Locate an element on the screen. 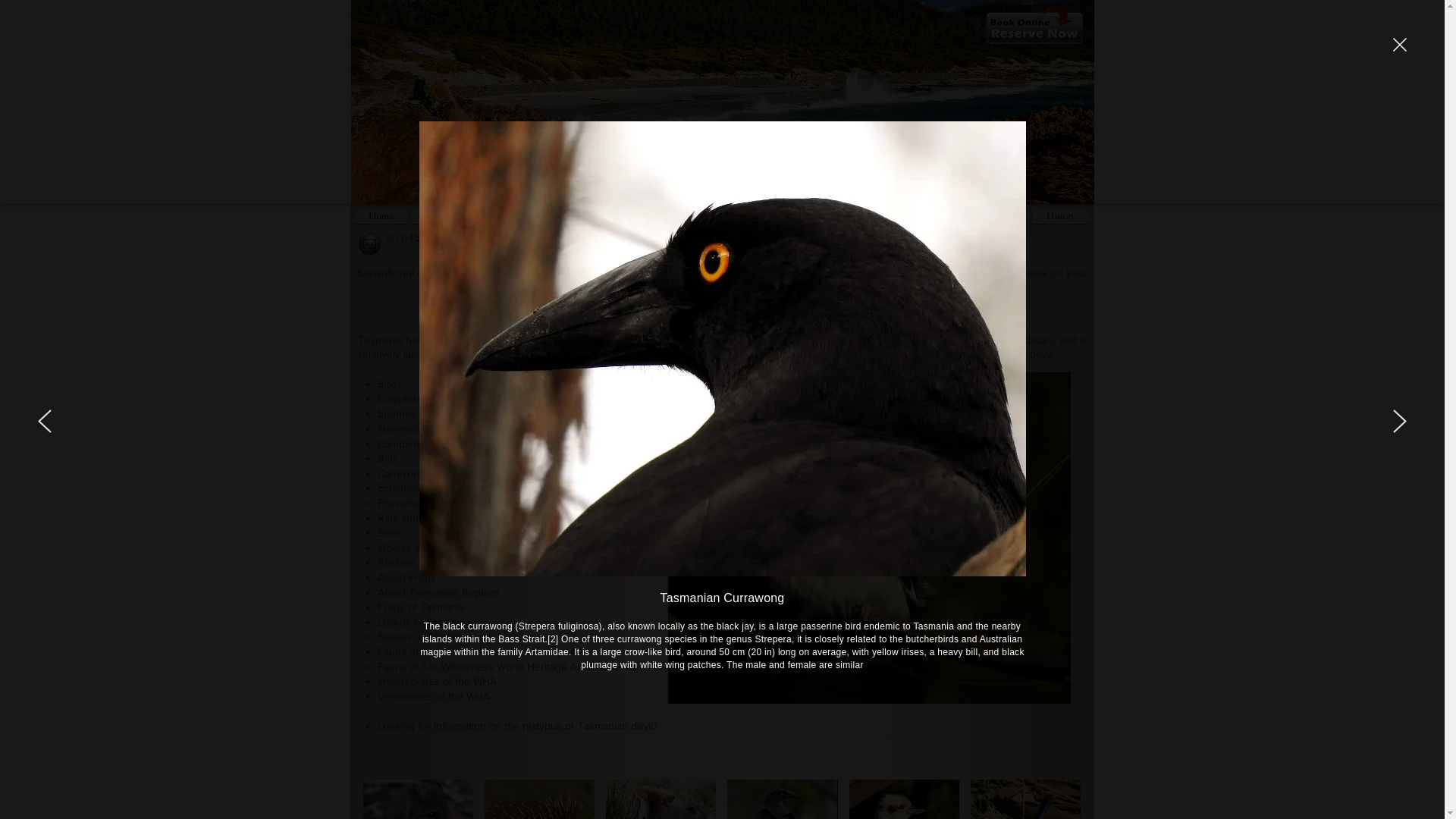 The width and height of the screenshot is (1456, 819). 'Accommodation' is located at coordinates (457, 215).